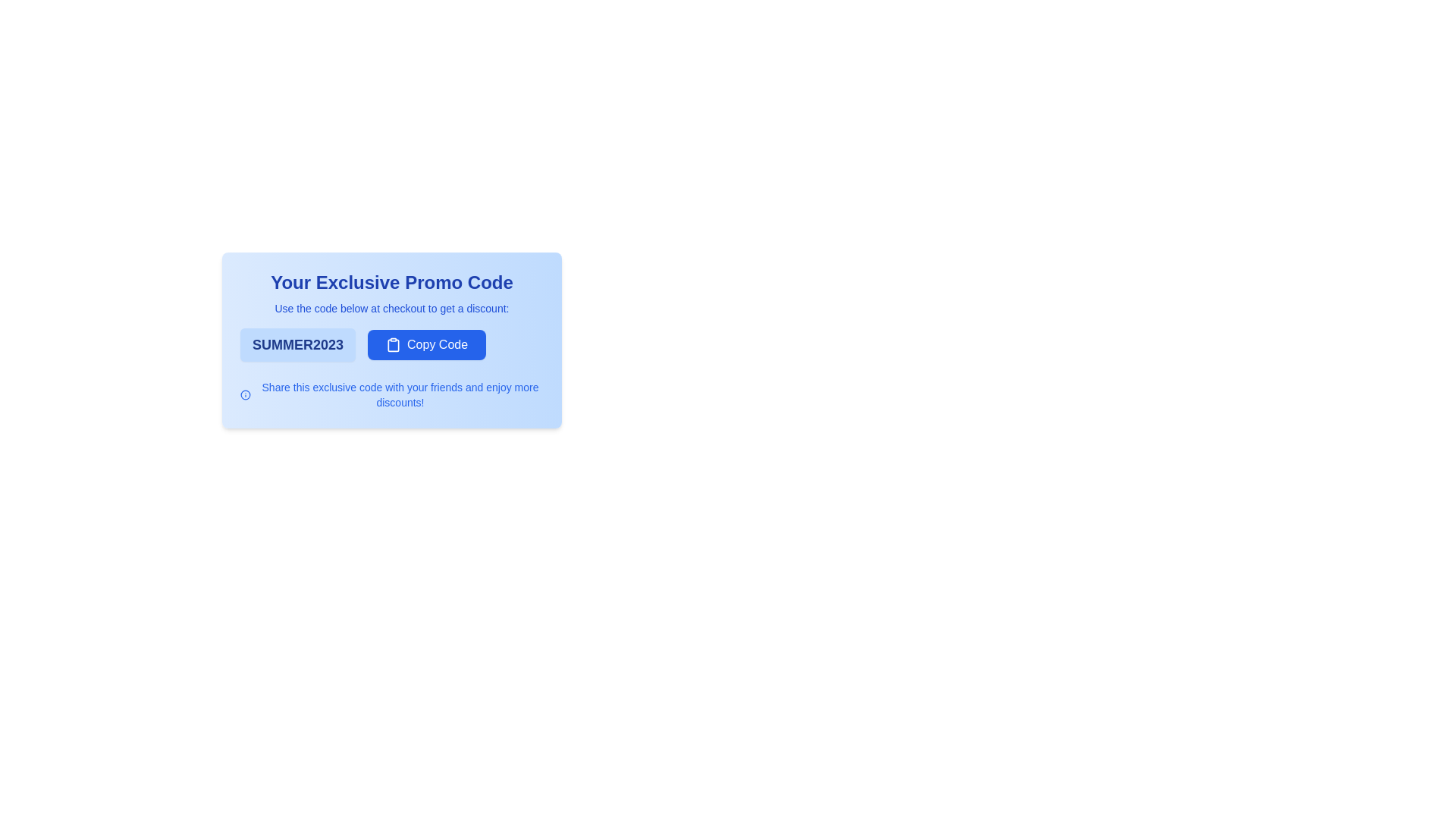  I want to click on the text displaying the message 'Share this exclusive code with your friends and enjoy more discounts!' located at the bottom of the promotional card, so click(392, 394).